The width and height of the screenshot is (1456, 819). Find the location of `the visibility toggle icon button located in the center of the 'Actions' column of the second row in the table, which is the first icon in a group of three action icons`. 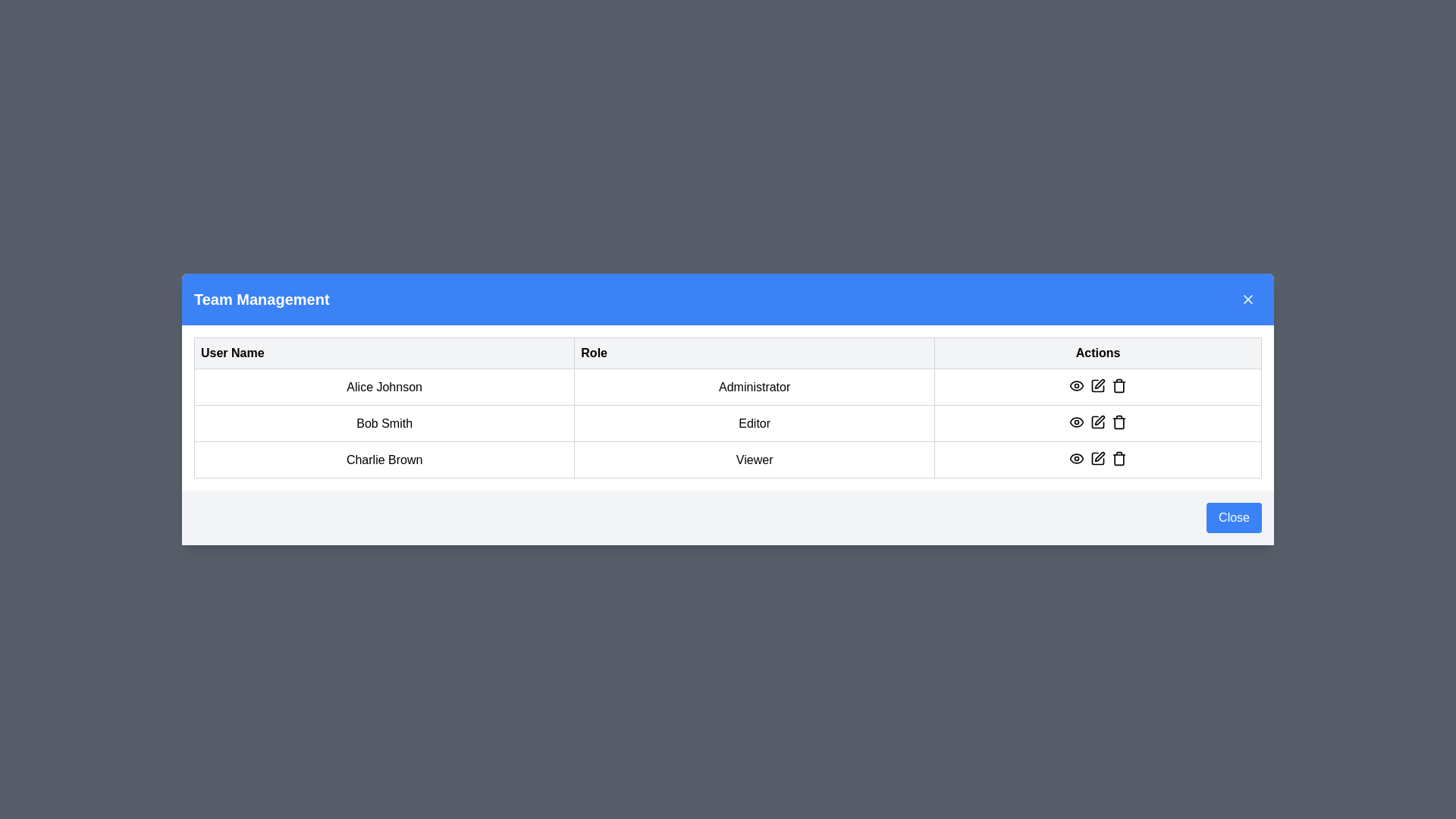

the visibility toggle icon button located in the center of the 'Actions' column of the second row in the table, which is the first icon in a group of three action icons is located at coordinates (1076, 422).